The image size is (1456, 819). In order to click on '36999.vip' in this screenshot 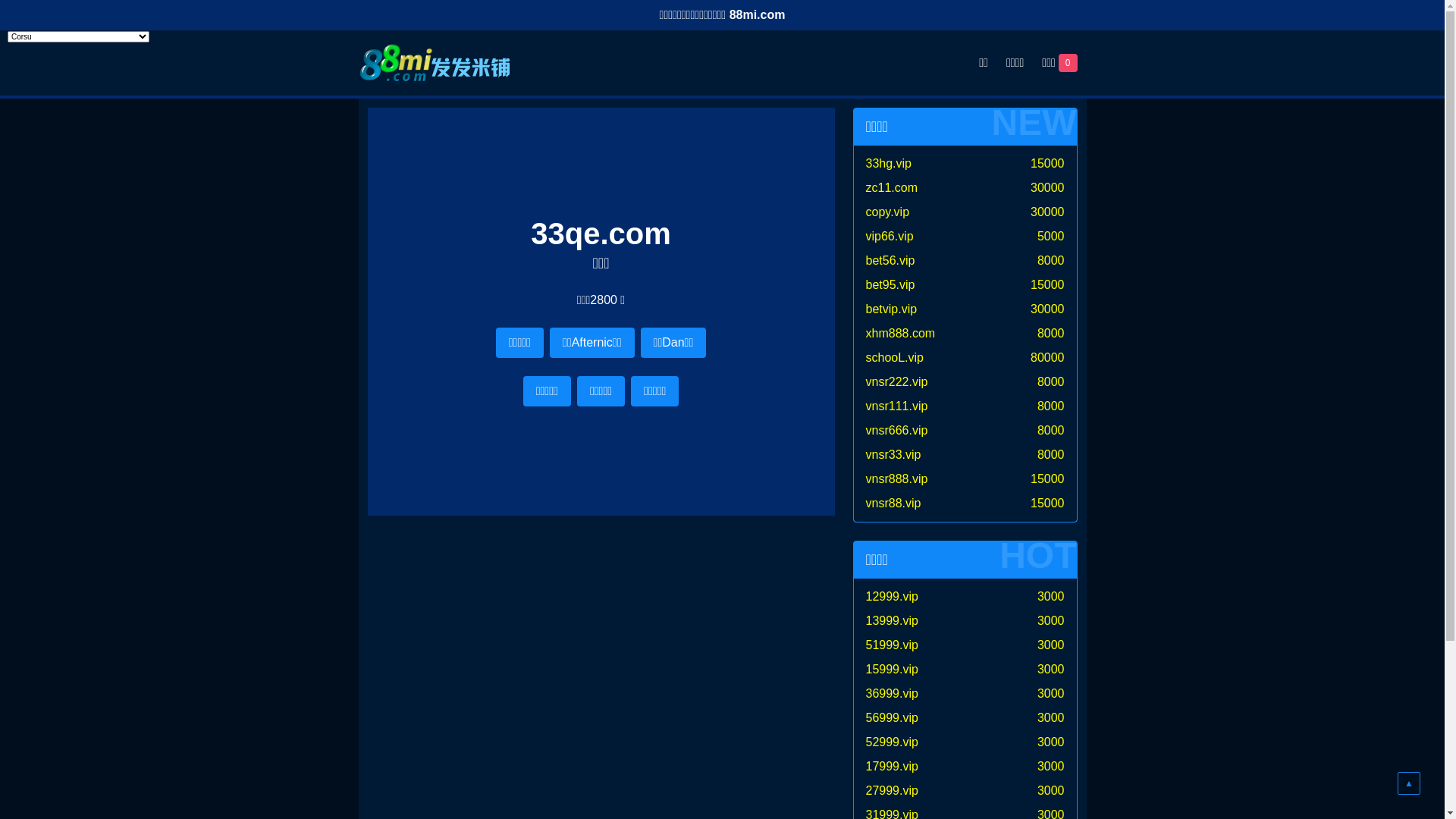, I will do `click(892, 693)`.